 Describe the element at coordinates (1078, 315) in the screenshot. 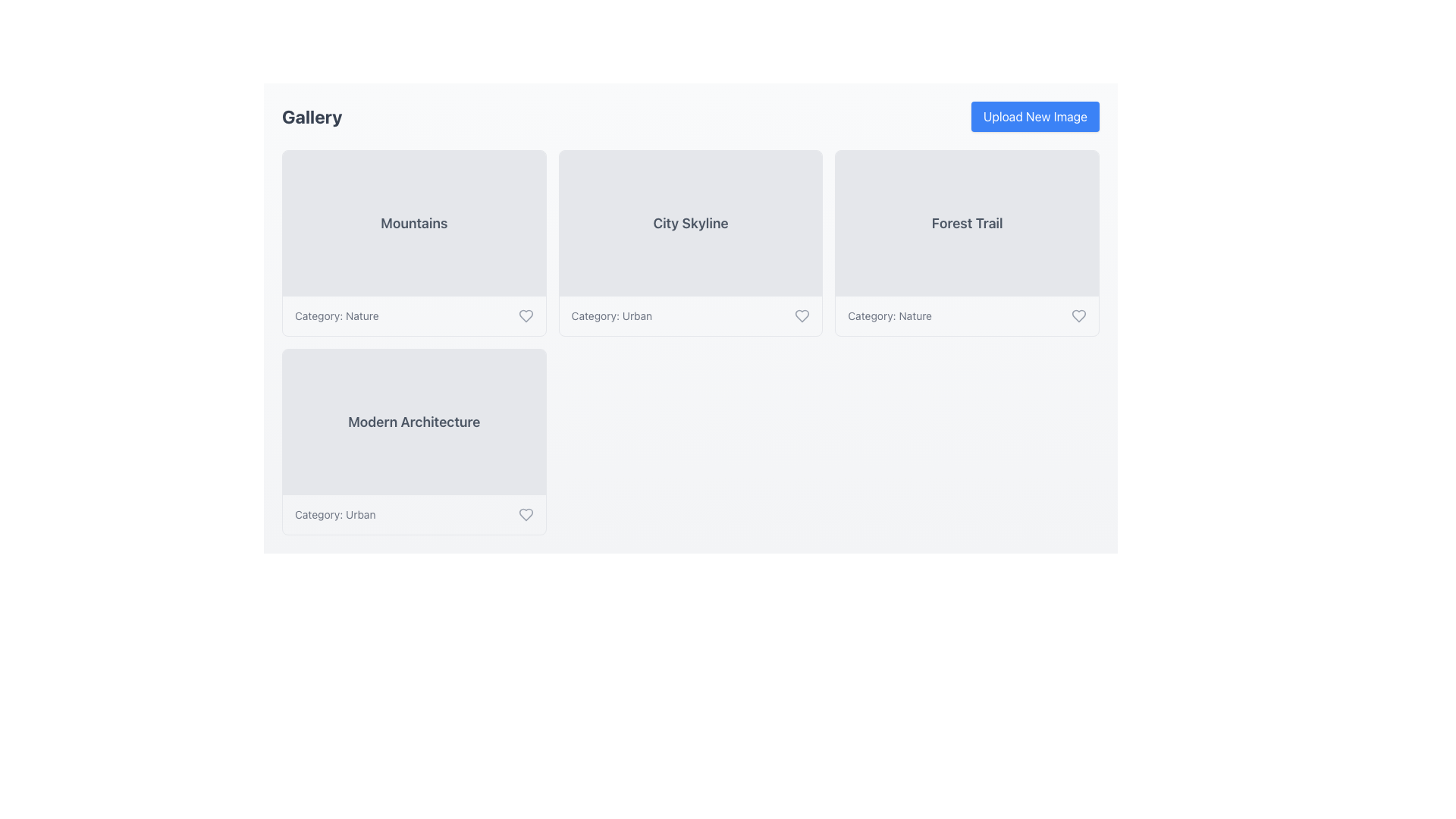

I see `the heart icon button located at the bottom right corner of the card labeled 'Forest Trail, Category: Nature'` at that location.